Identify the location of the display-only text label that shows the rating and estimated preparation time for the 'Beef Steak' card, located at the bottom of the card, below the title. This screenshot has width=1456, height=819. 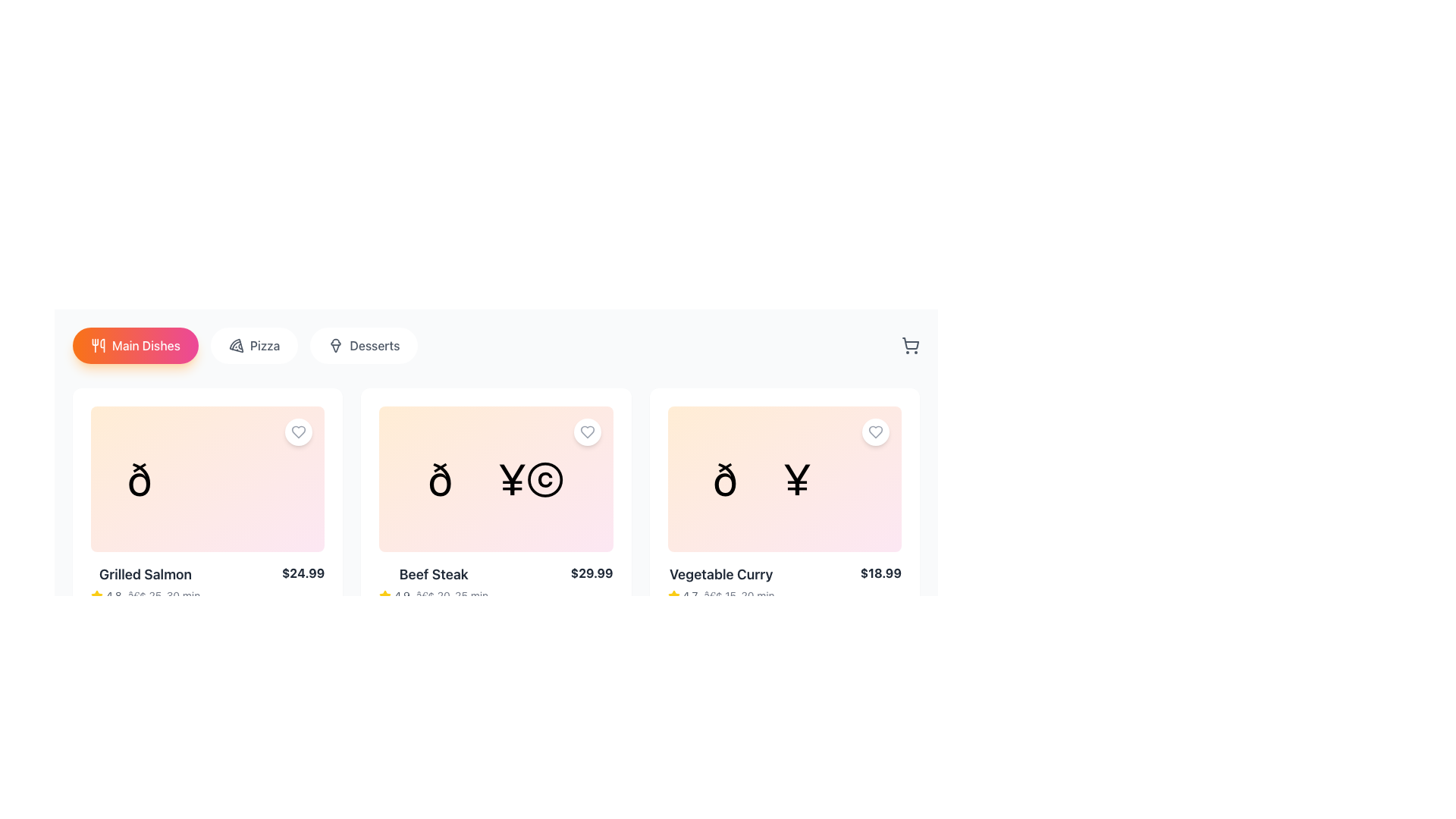
(433, 595).